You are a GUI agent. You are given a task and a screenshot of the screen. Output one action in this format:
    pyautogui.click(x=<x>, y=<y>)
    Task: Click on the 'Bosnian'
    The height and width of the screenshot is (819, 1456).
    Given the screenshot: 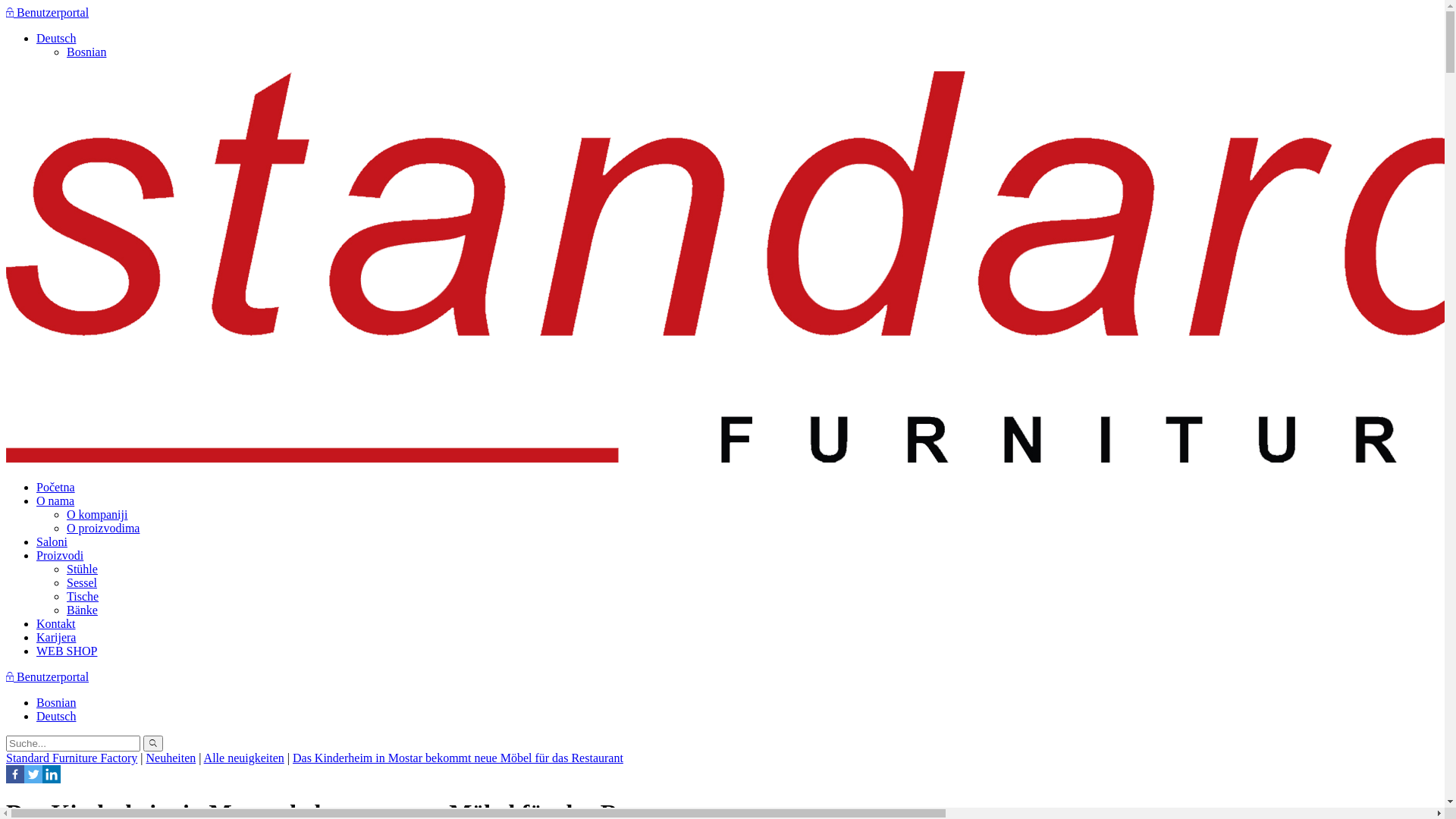 What is the action you would take?
    pyautogui.click(x=36, y=702)
    